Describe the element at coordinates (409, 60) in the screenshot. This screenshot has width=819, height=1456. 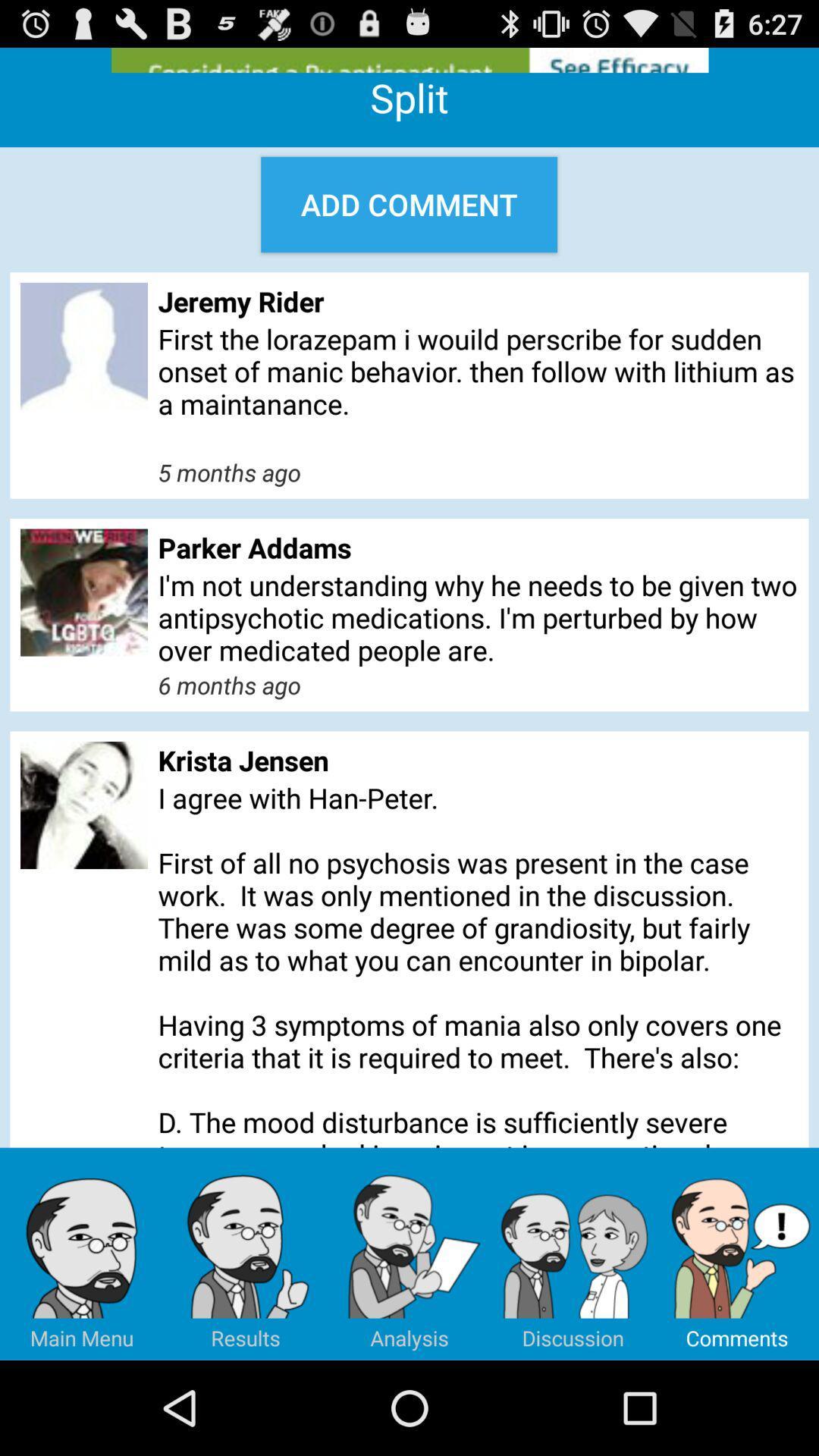
I see `item above the add comment` at that location.